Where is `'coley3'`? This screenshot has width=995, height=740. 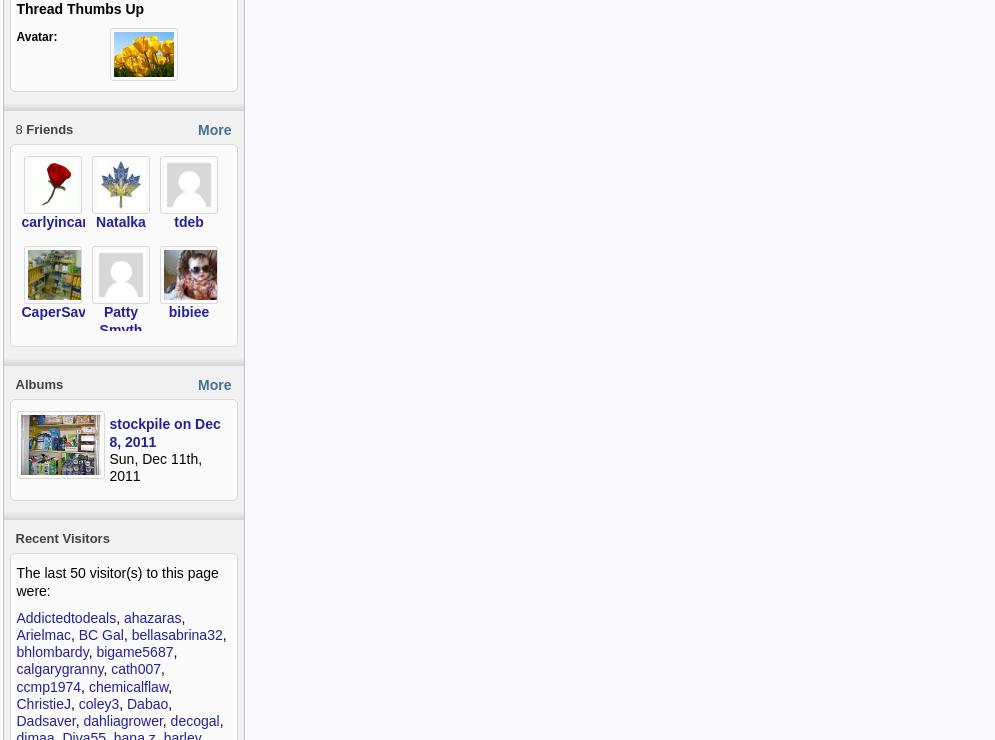
'coley3' is located at coordinates (78, 702).